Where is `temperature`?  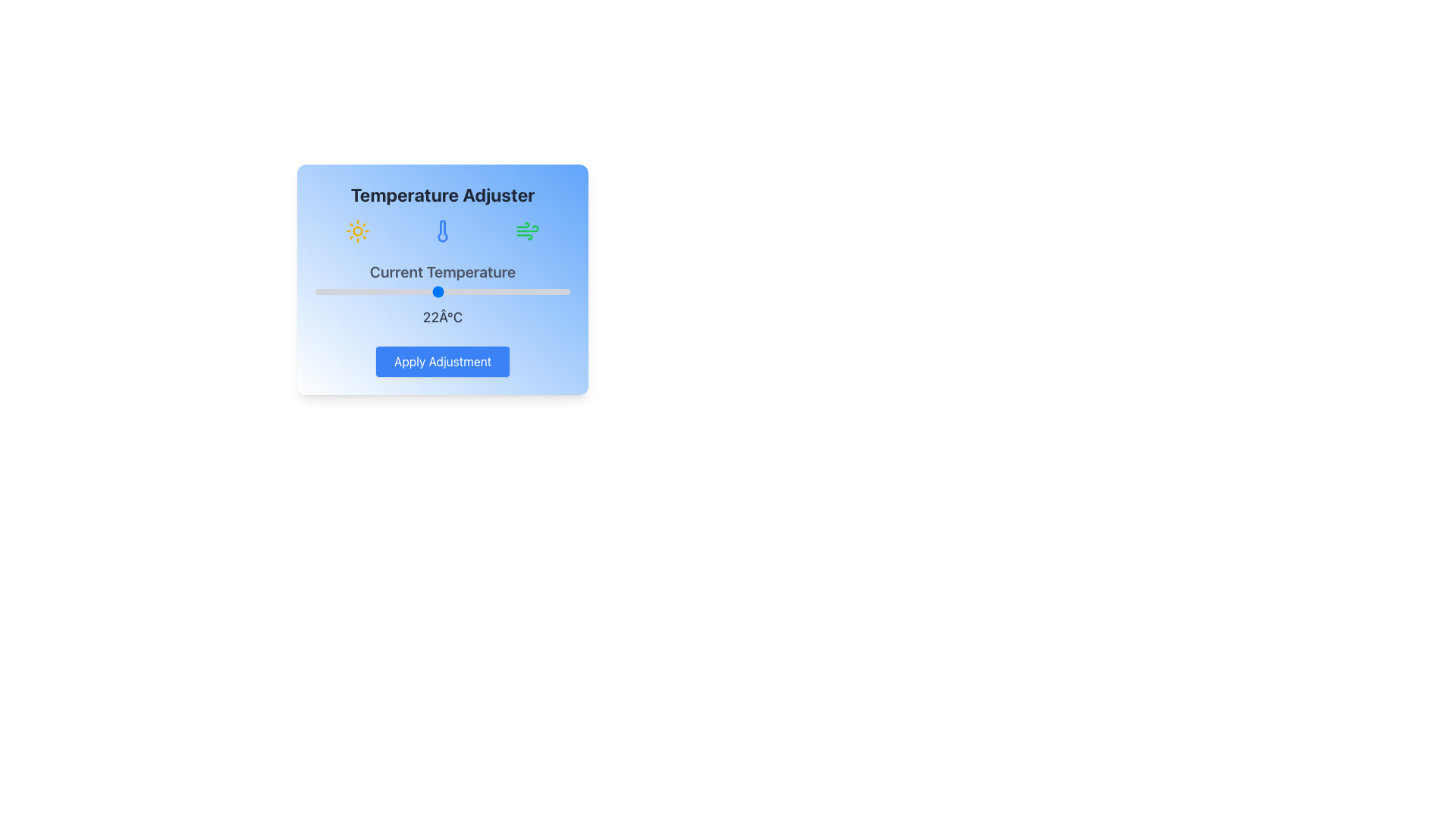 temperature is located at coordinates (488, 292).